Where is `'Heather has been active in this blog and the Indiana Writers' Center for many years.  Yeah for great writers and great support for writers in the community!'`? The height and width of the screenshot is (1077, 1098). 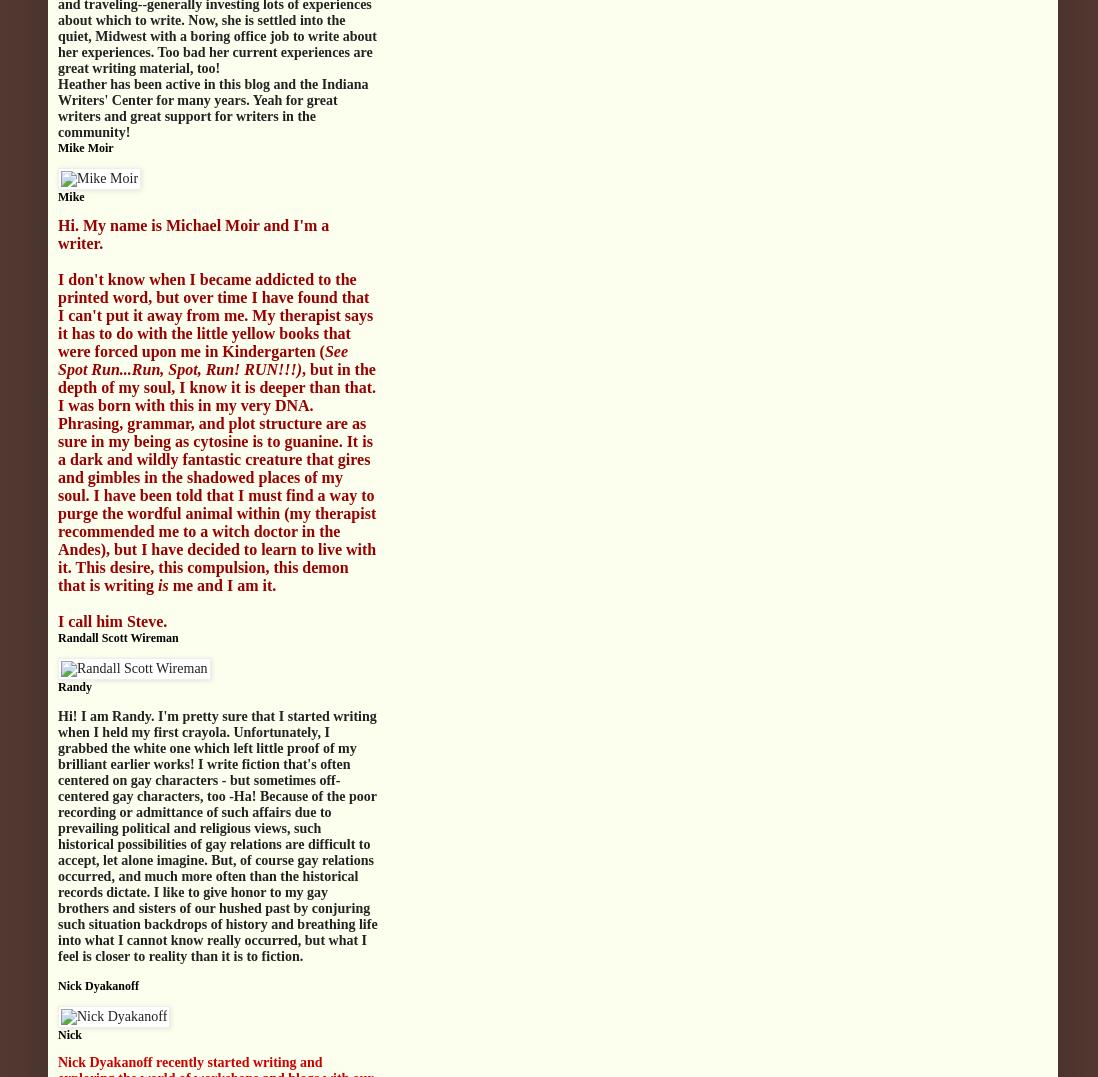
'Heather has been active in this blog and the Indiana Writers' Center for many years.  Yeah for great writers and great support for writers in the community!' is located at coordinates (212, 106).